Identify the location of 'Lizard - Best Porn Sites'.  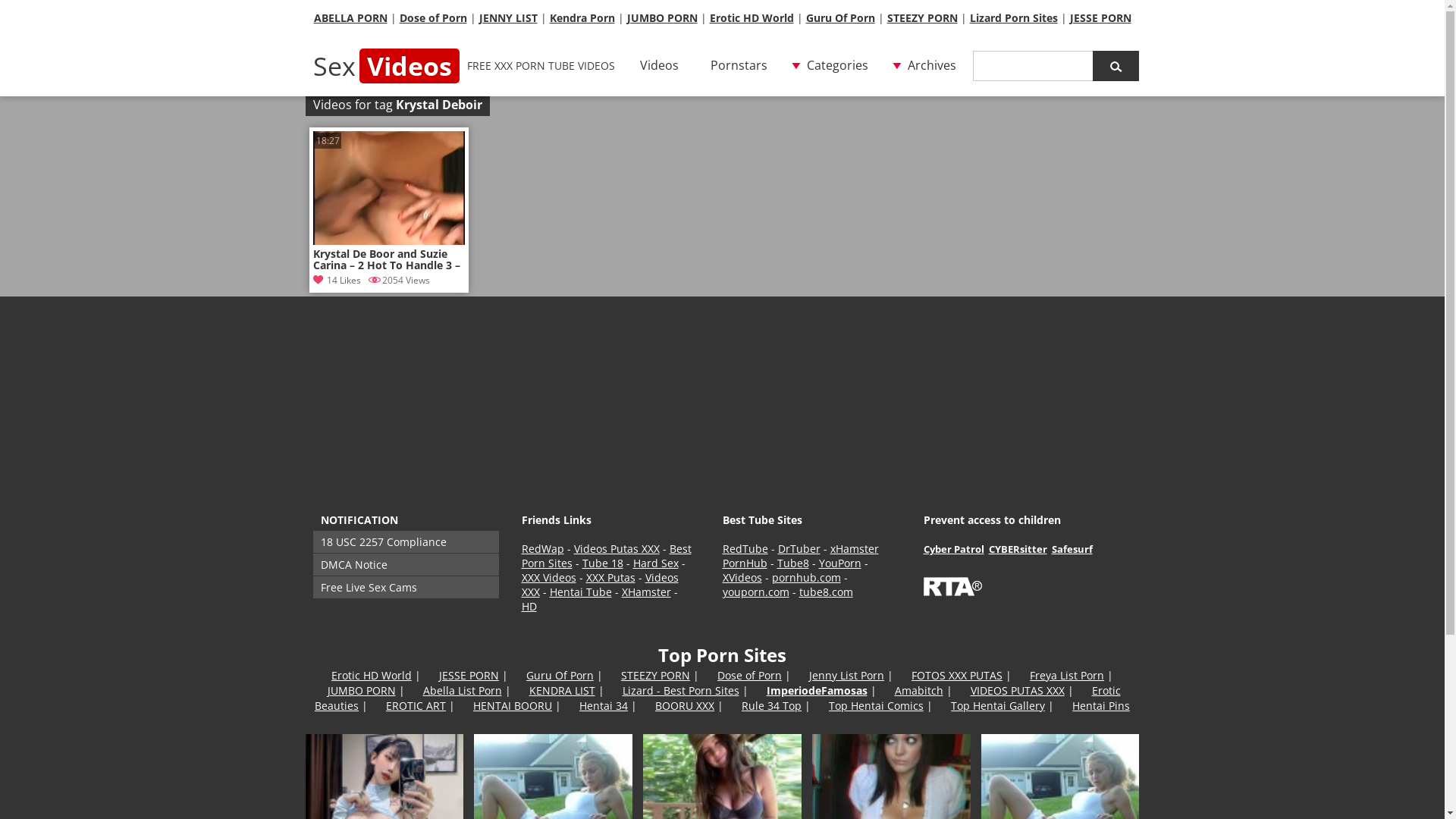
(679, 690).